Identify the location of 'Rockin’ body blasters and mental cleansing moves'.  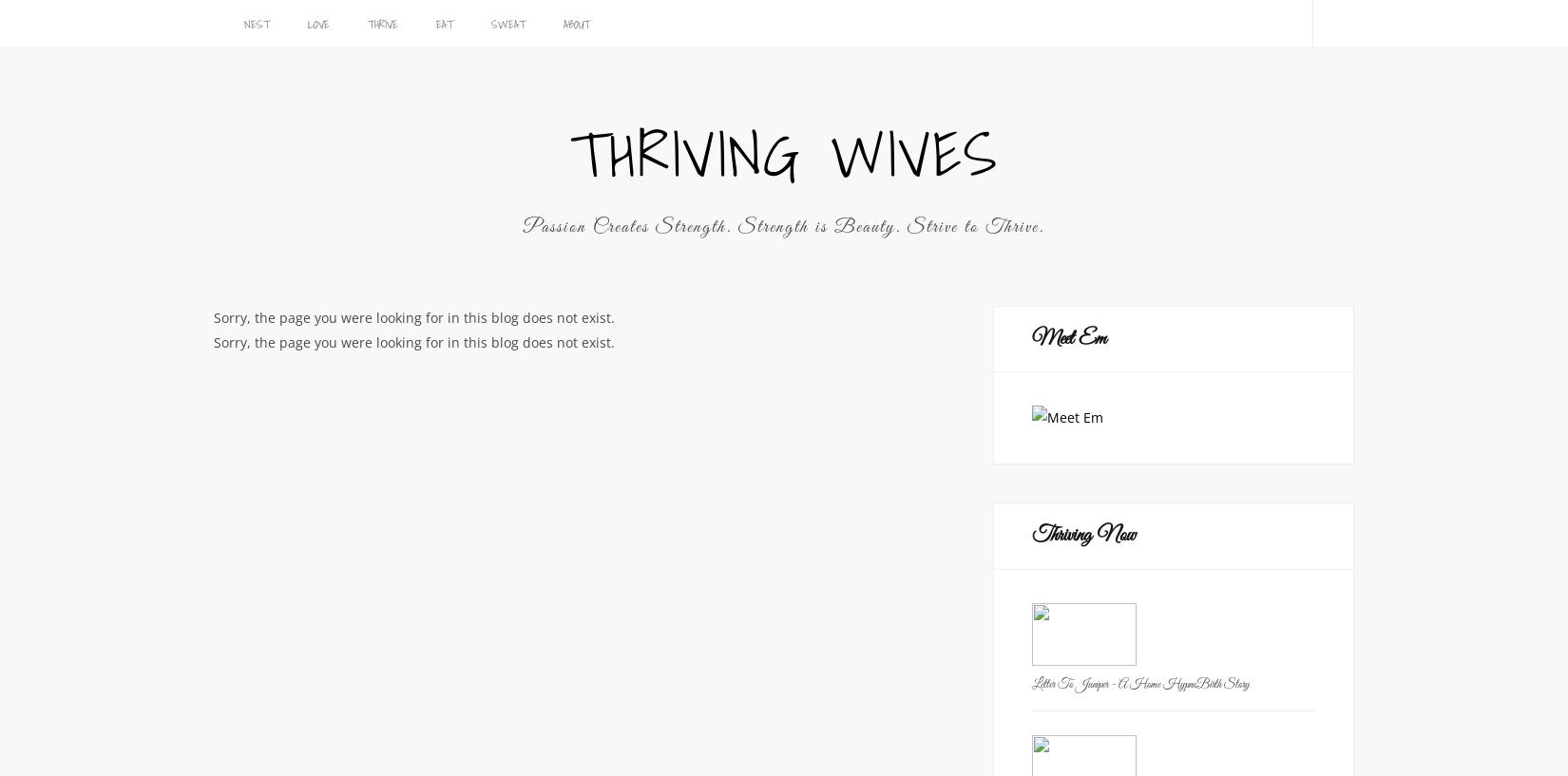
(588, 69).